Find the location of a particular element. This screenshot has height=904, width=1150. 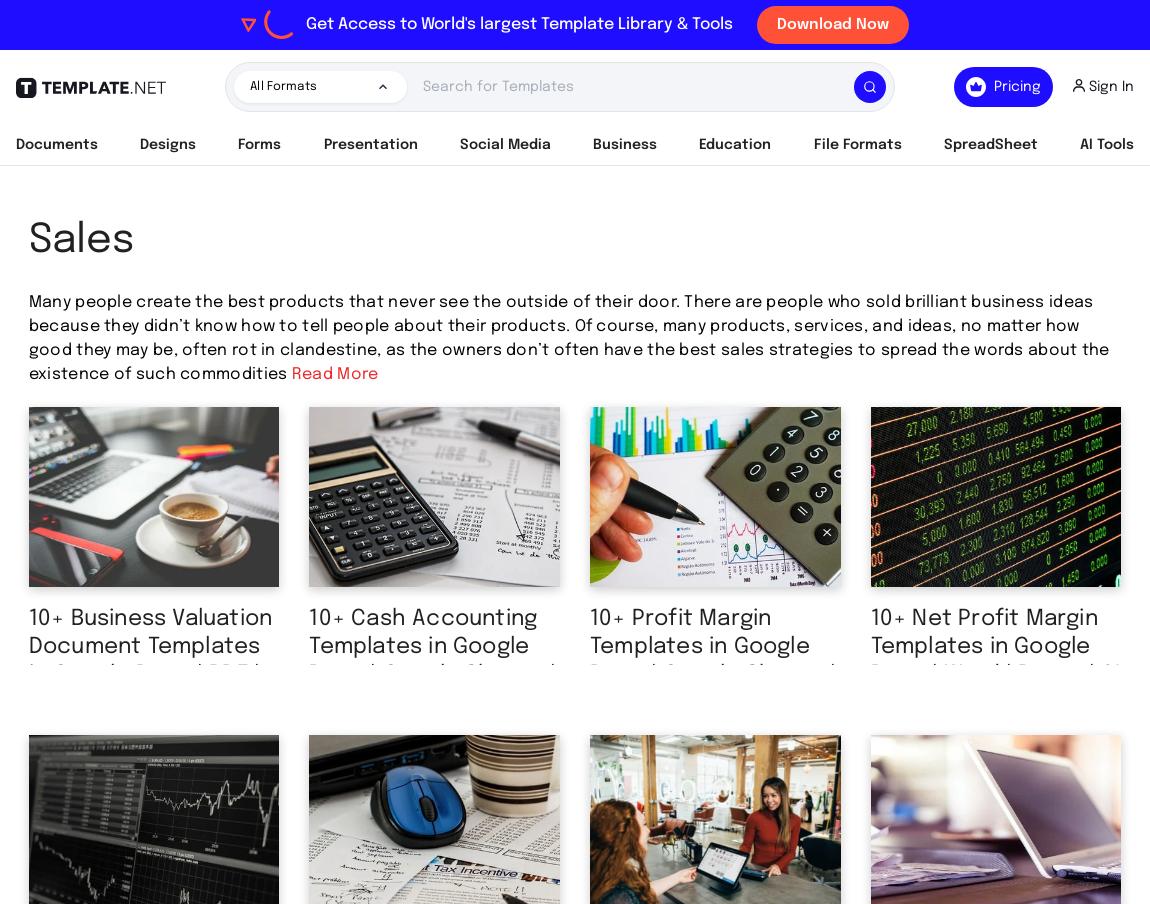

'Education' is located at coordinates (733, 144).